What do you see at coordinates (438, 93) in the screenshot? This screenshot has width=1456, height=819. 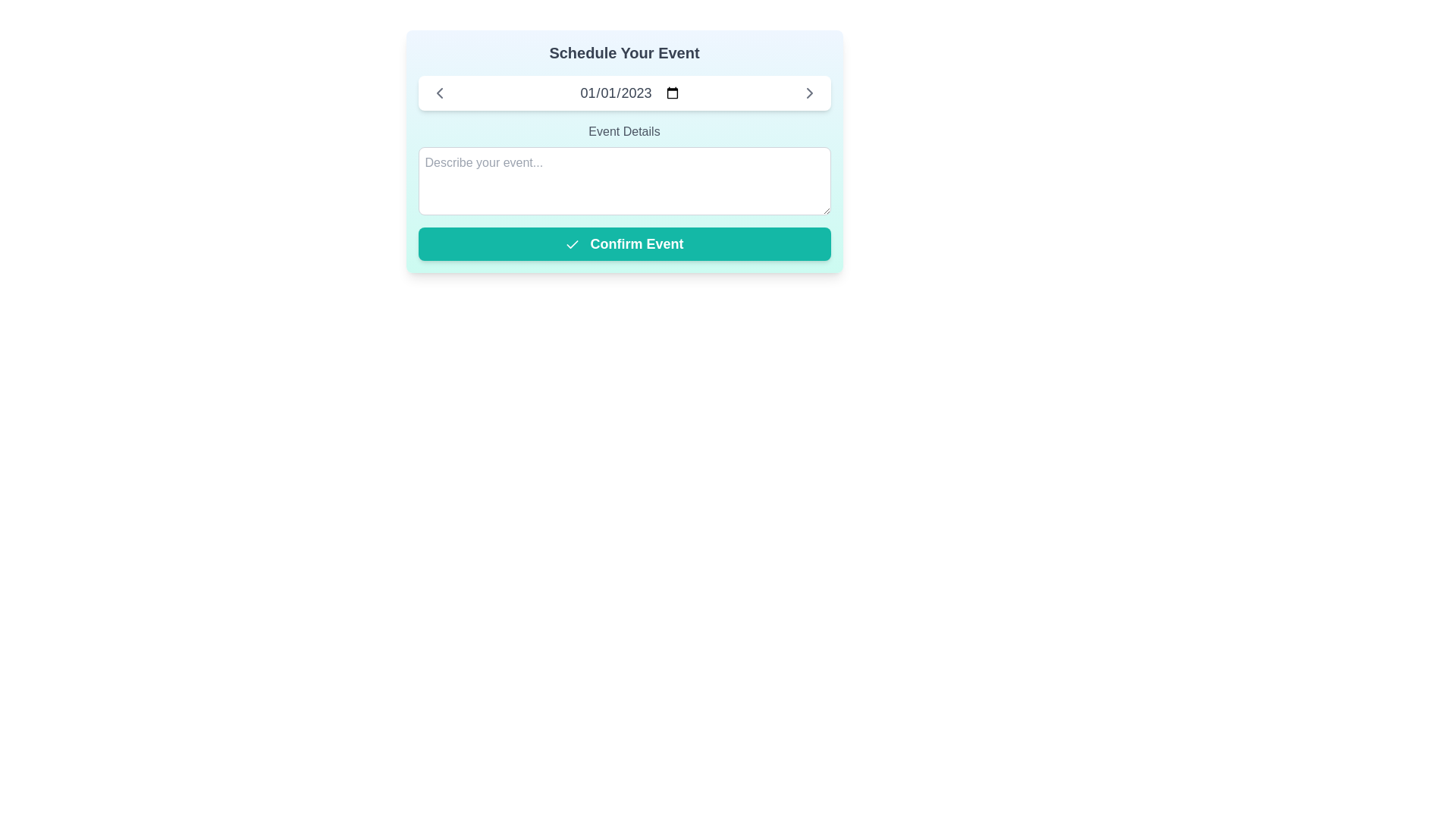 I see `the left-facing chevron button, which is gray and located within a white rectangular background` at bounding box center [438, 93].